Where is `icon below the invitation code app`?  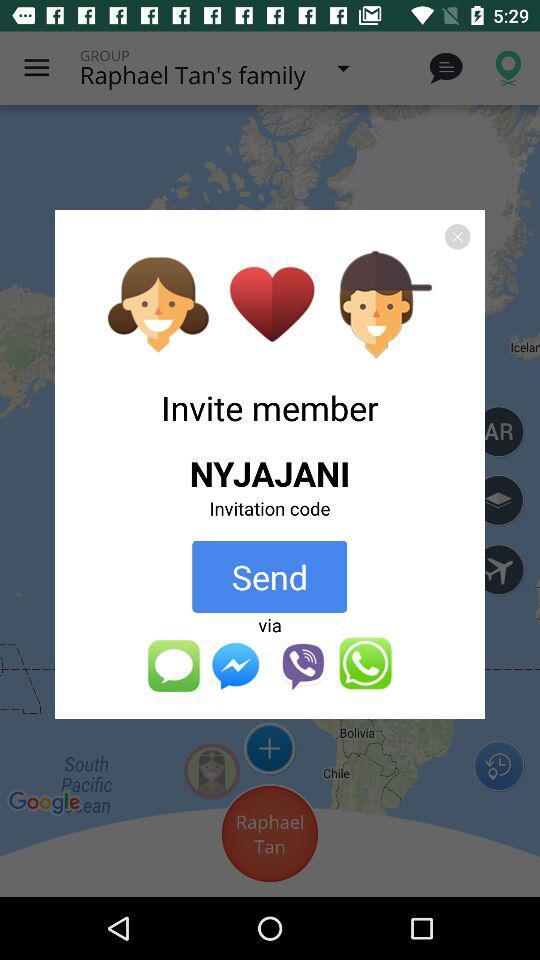 icon below the invitation code app is located at coordinates (269, 576).